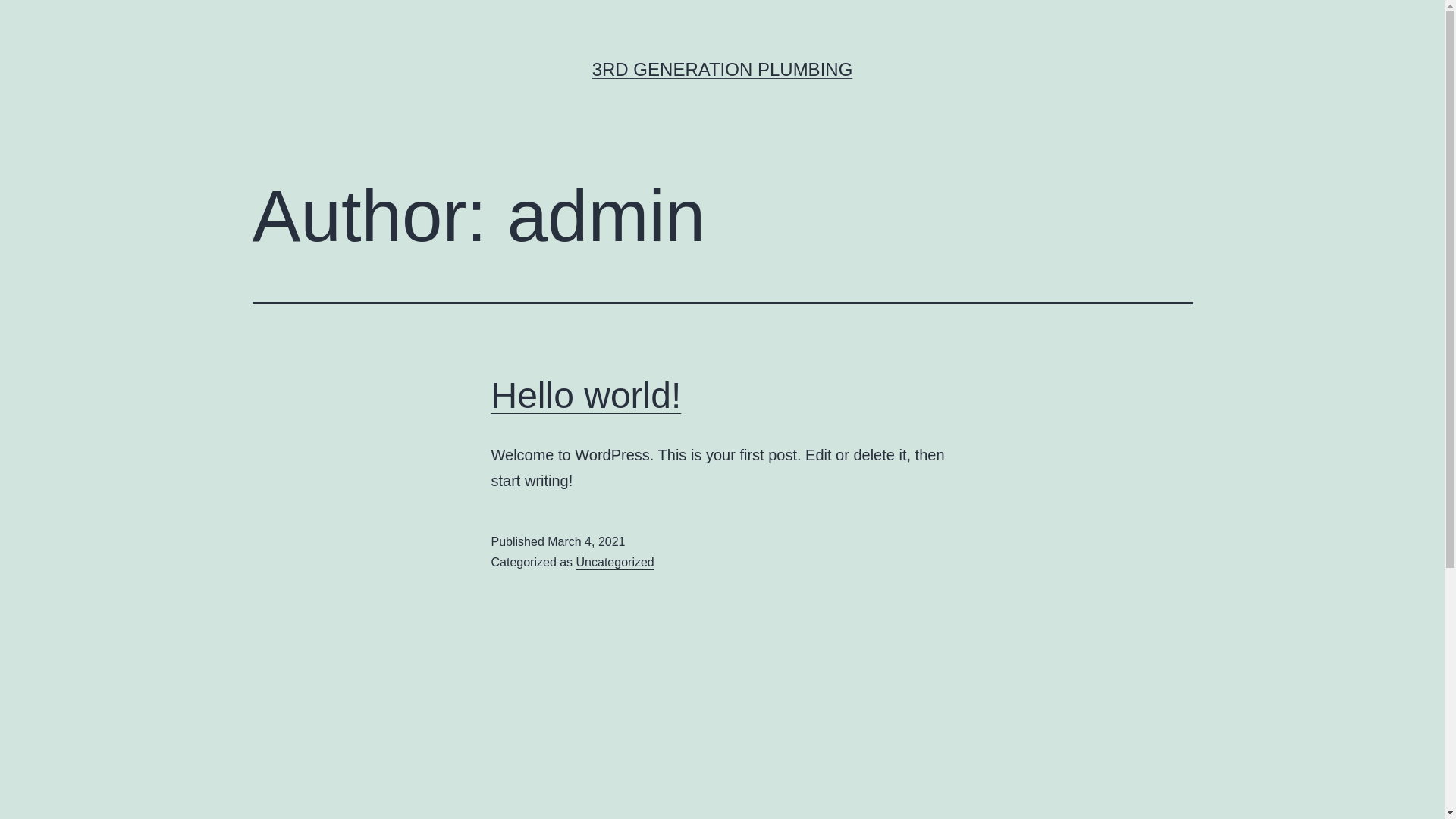  Describe the element at coordinates (575, 562) in the screenshot. I see `'Uncategorized'` at that location.